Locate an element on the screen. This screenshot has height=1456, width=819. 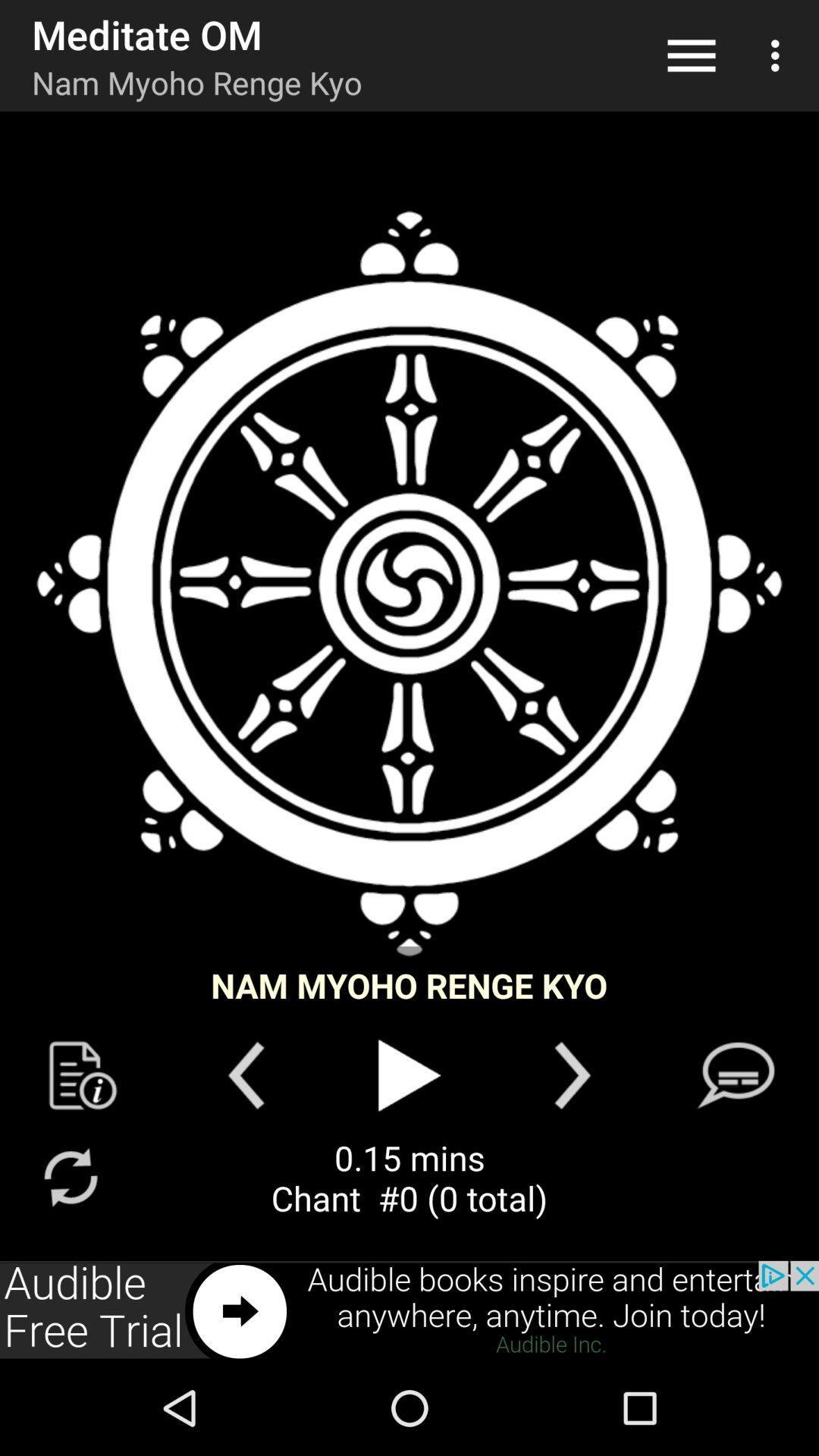
press to play is located at coordinates (409, 1075).